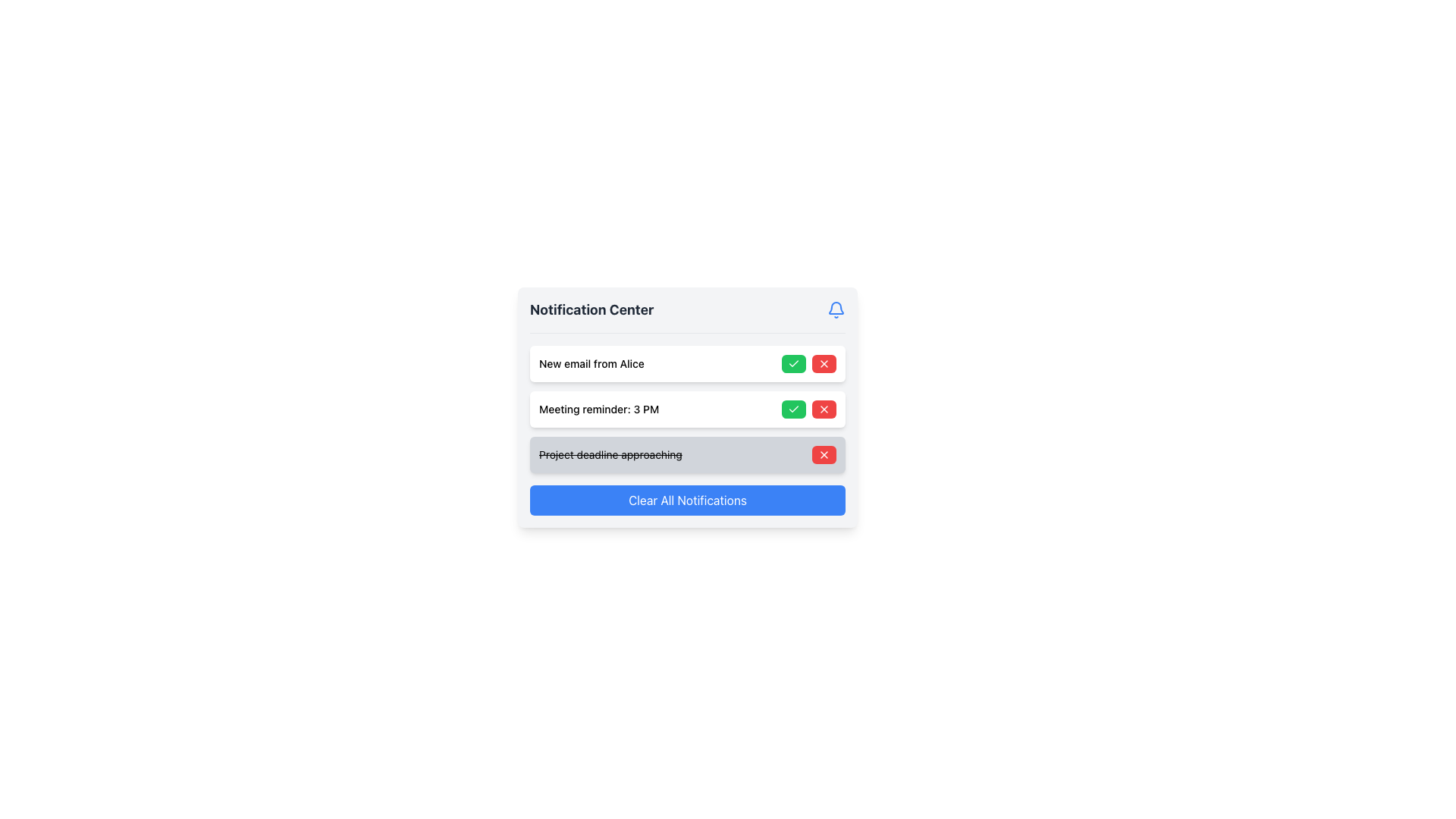 This screenshot has width=1456, height=819. I want to click on the small red button with a white 'X' icon for closing or deleting, located in the notification row that reads 'Project deadline approaching.', so click(823, 454).